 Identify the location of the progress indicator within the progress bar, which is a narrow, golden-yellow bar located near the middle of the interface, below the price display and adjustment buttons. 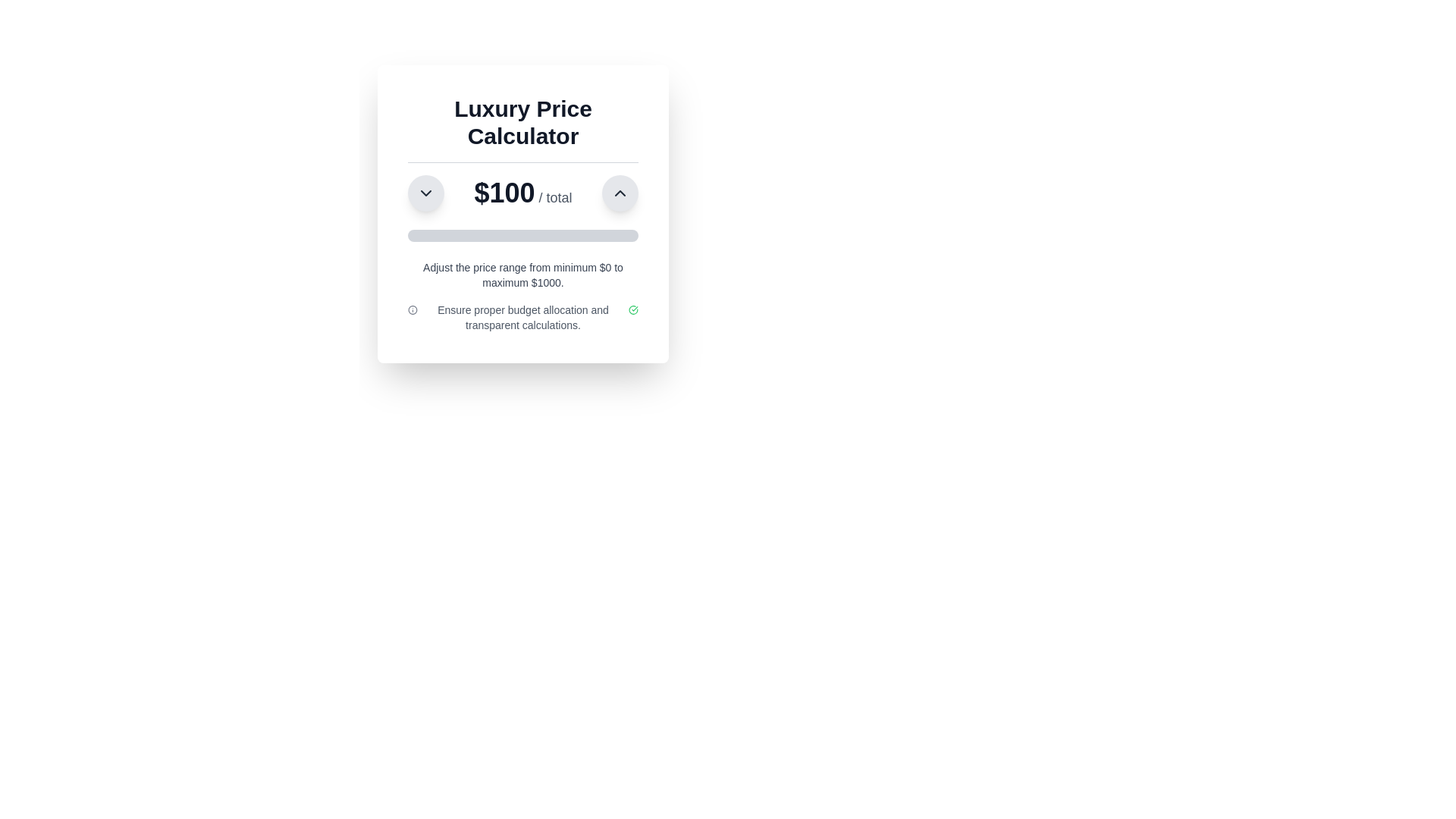
(419, 236).